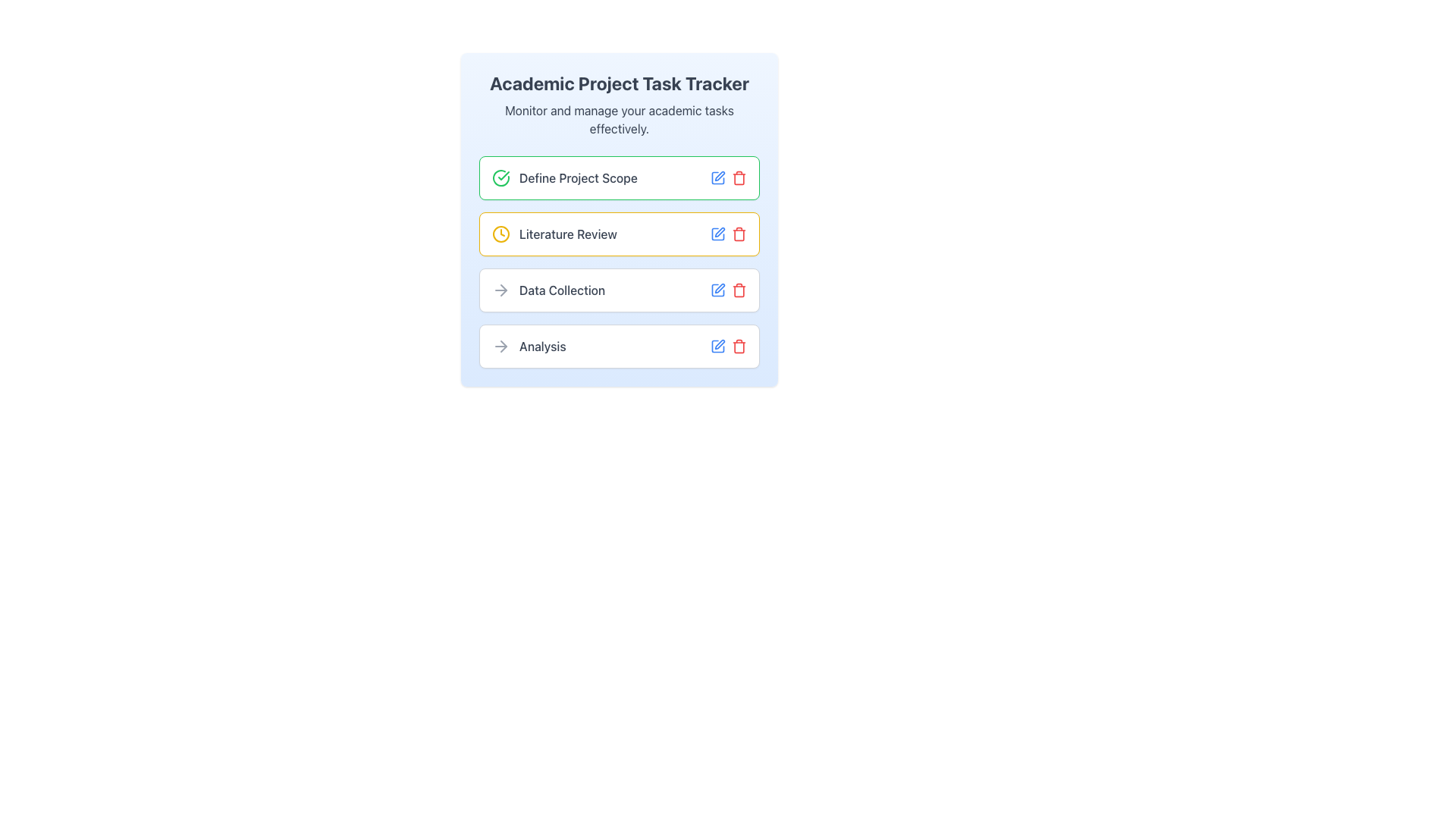 The image size is (1456, 819). What do you see at coordinates (739, 234) in the screenshot?
I see `the red trash icon button next to the blue edit icon in the second row of the list under the 'Literature Review' task` at bounding box center [739, 234].